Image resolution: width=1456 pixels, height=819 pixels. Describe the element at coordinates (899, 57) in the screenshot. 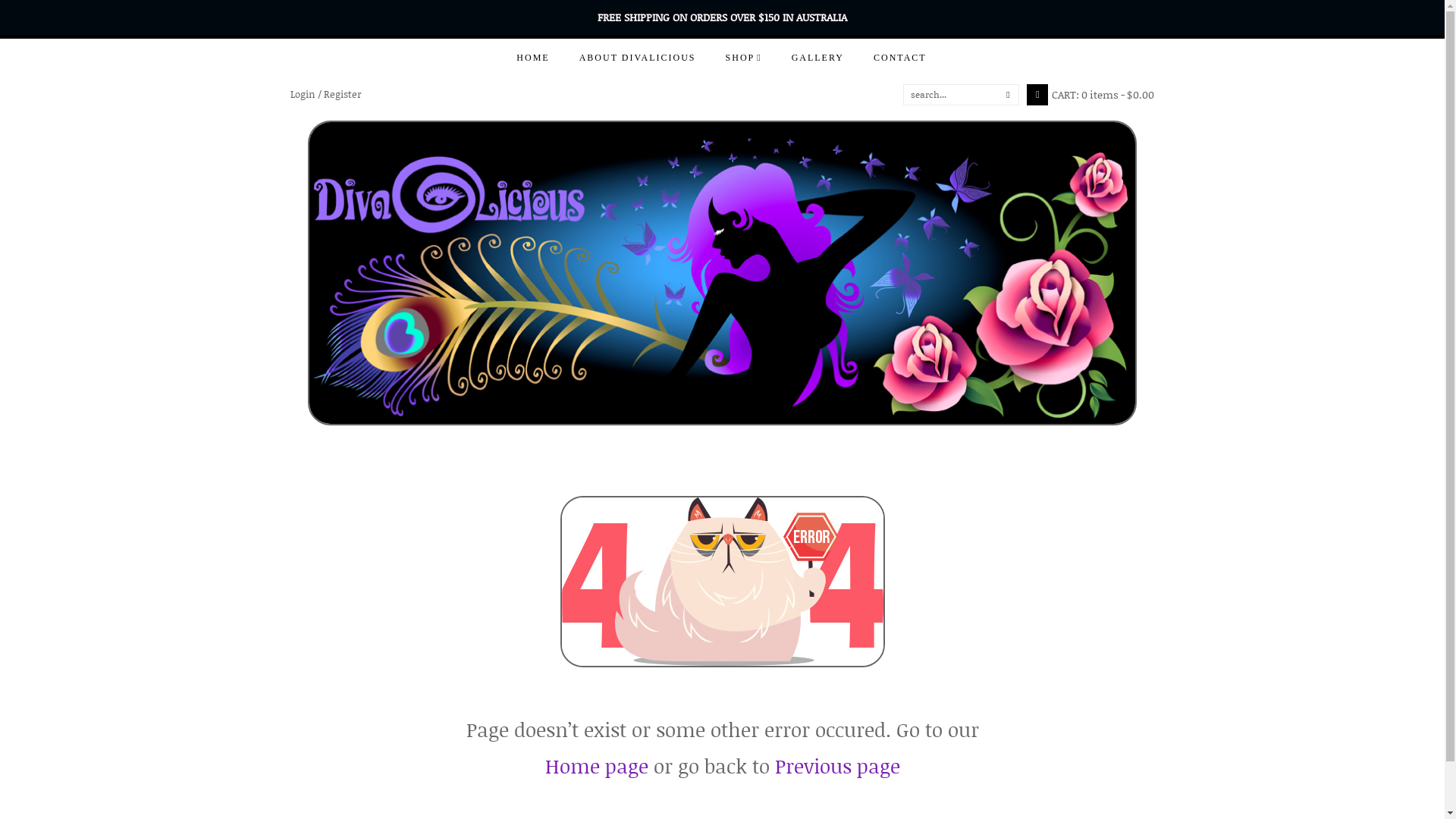

I see `'CONTACT'` at that location.